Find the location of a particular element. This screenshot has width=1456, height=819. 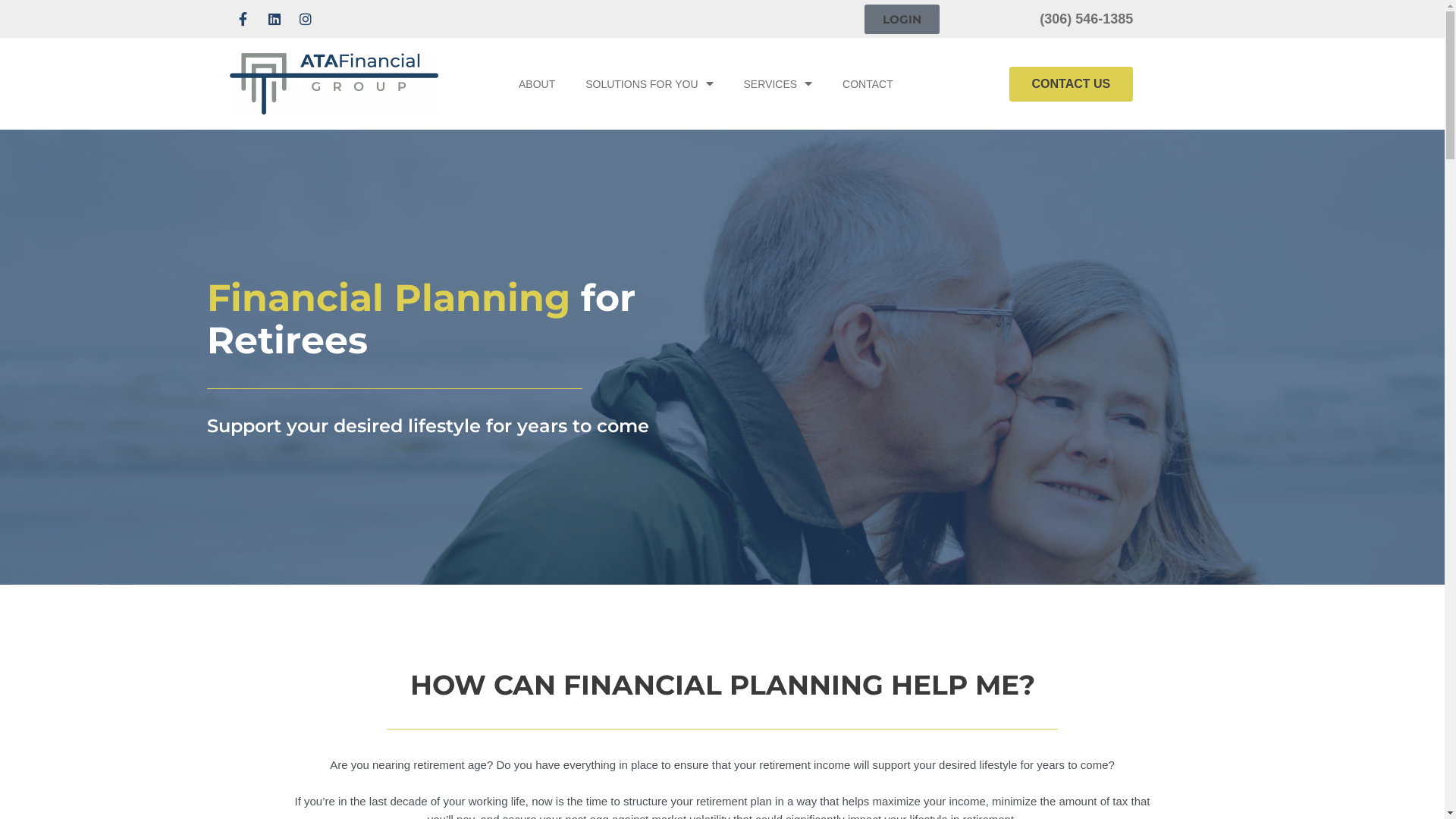

'Facebook-f' is located at coordinates (228, 18).